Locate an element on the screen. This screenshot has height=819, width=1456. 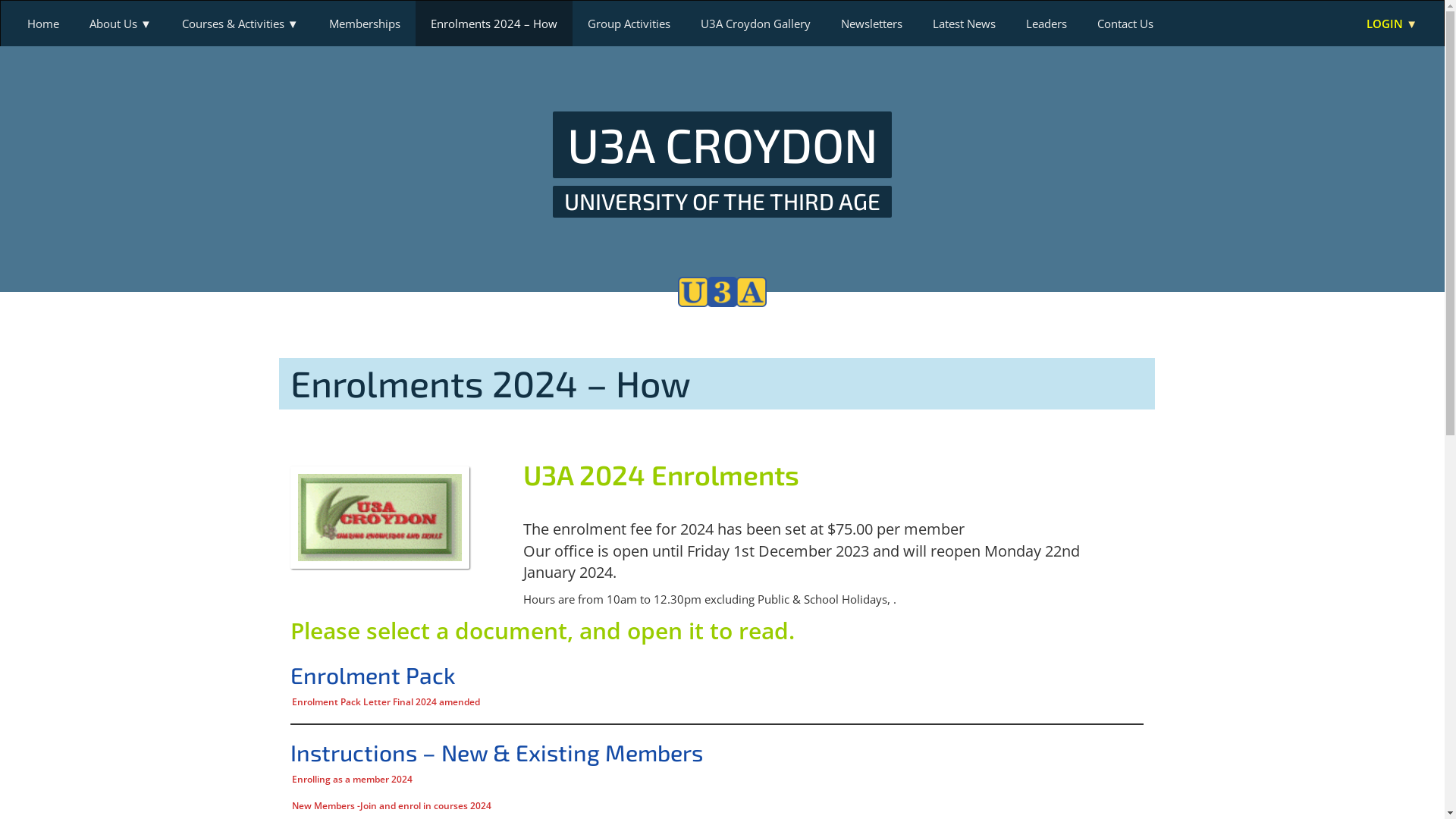
'U3A Croydon Gallery' is located at coordinates (755, 23).